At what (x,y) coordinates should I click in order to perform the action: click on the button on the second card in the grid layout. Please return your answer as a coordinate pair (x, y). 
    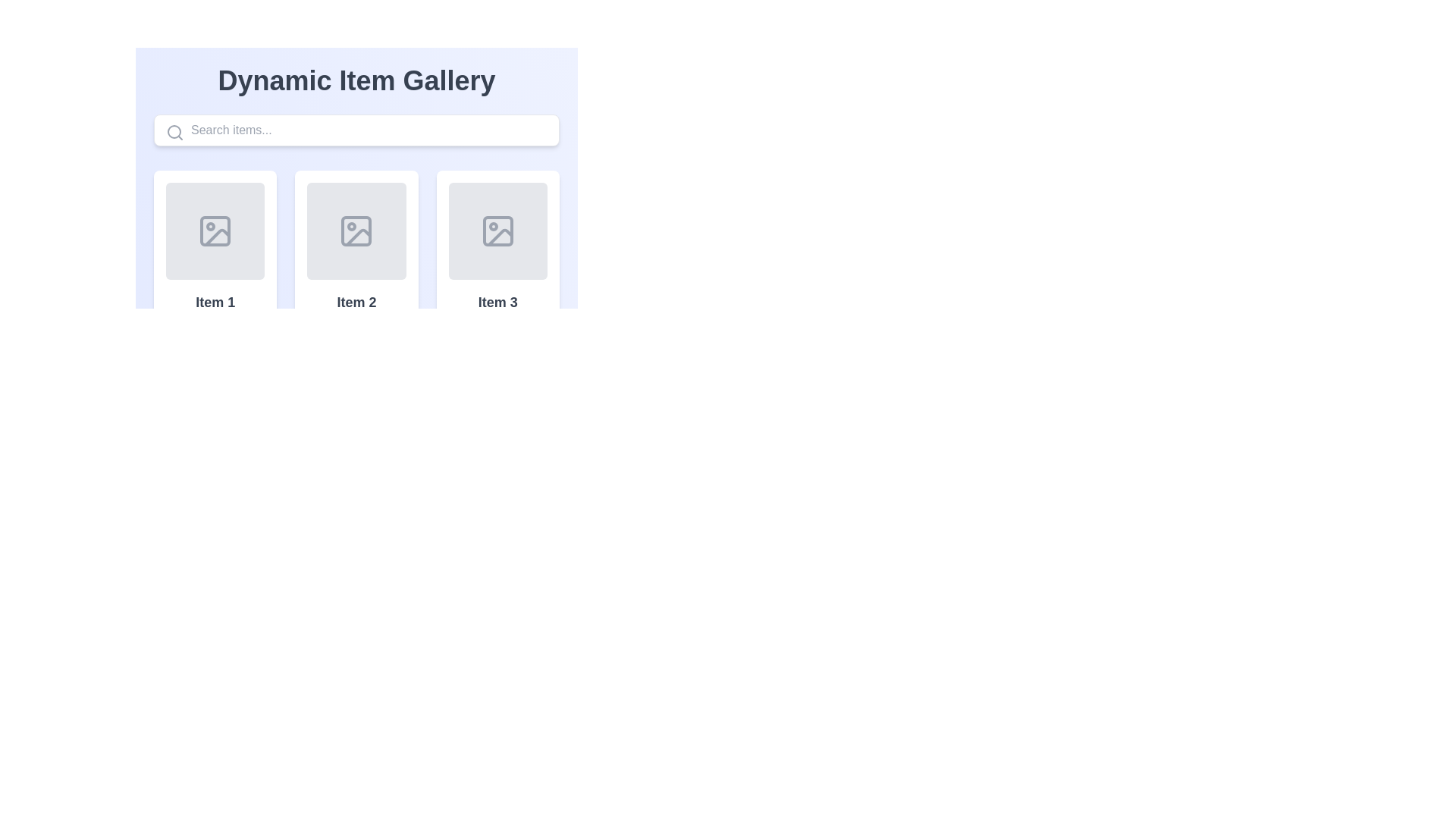
    Looking at the image, I should click on (356, 287).